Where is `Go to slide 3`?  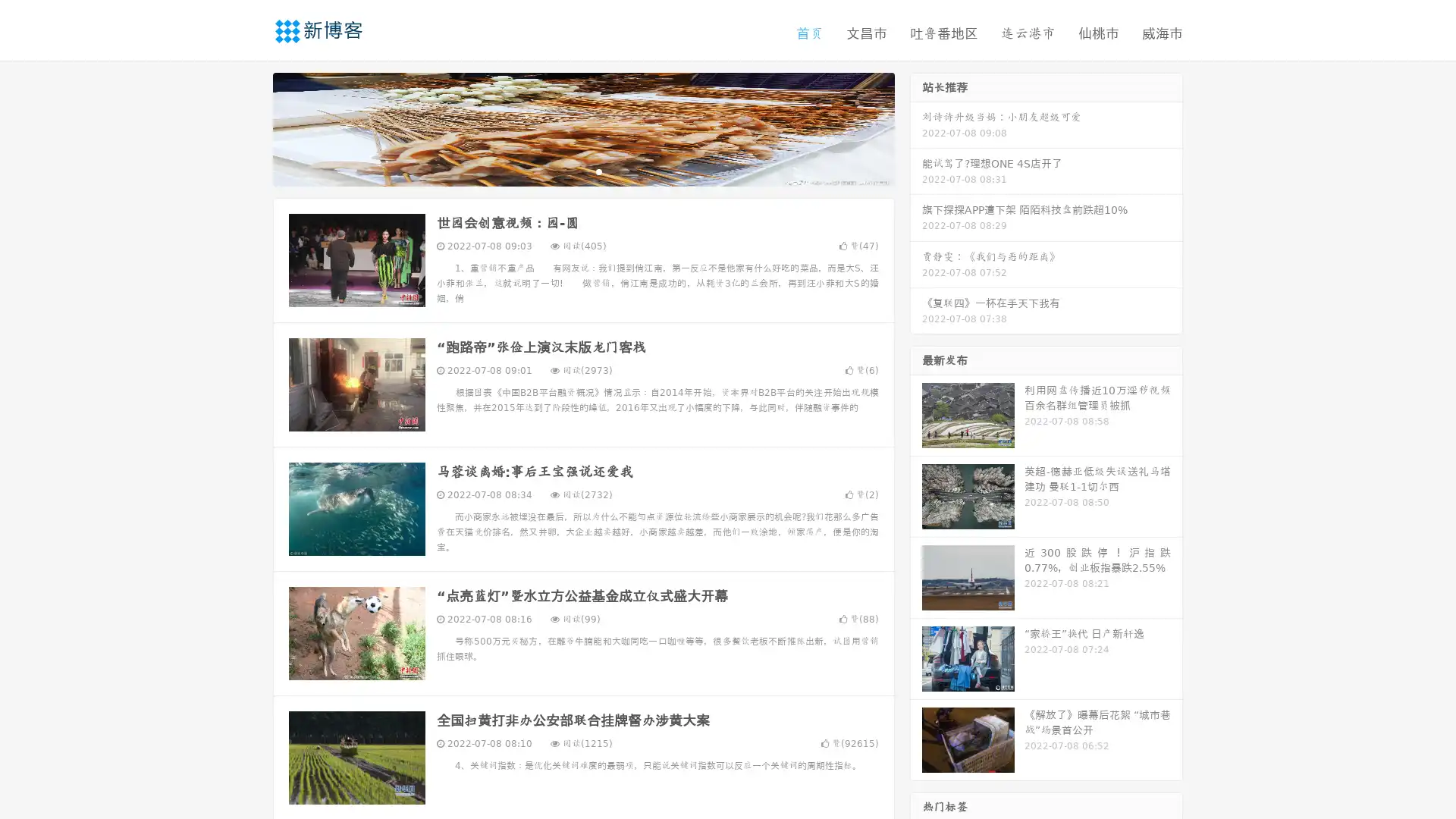
Go to slide 3 is located at coordinates (598, 171).